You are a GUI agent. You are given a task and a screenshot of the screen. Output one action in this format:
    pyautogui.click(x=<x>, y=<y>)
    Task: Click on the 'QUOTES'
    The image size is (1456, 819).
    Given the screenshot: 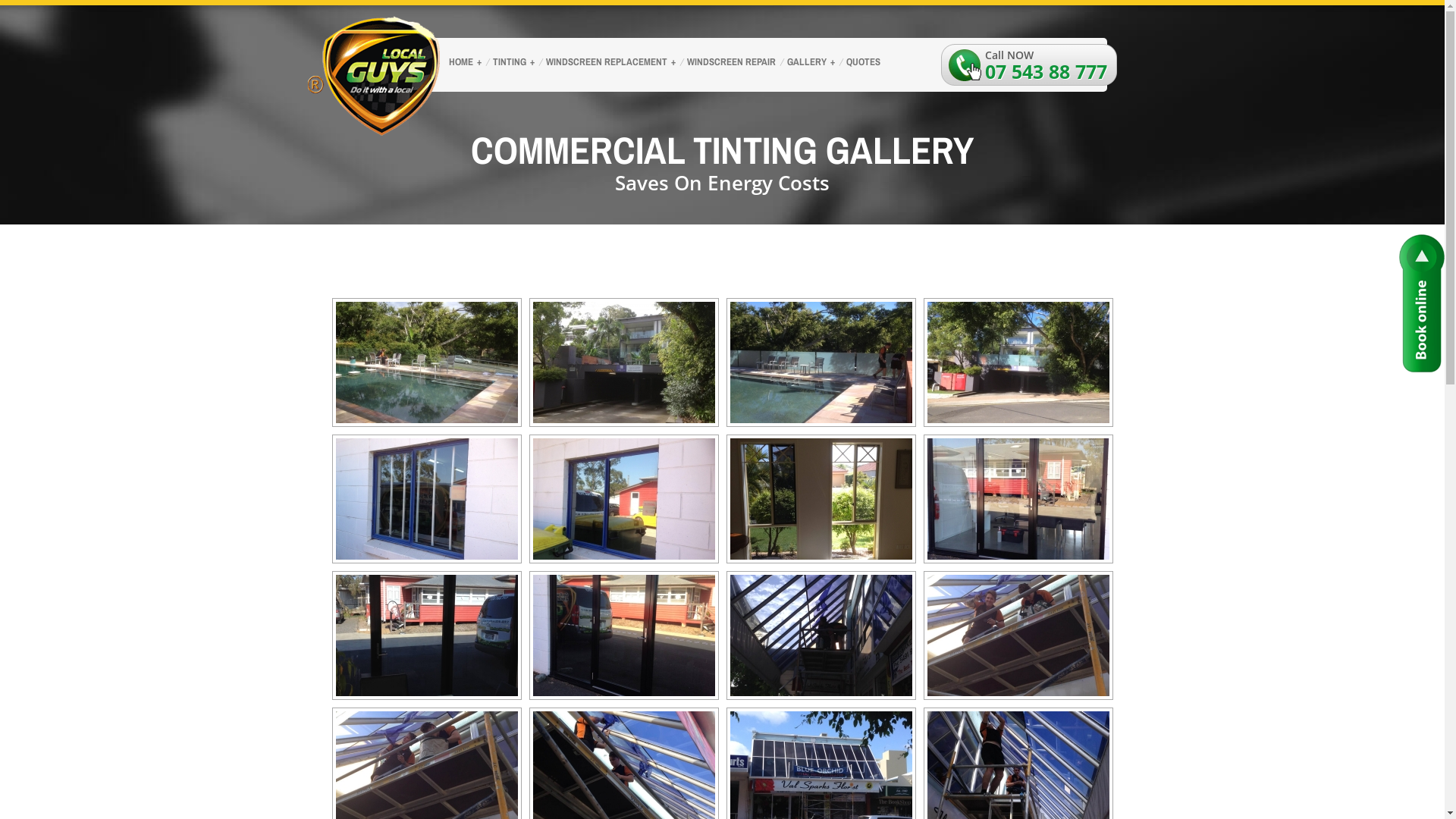 What is the action you would take?
    pyautogui.click(x=861, y=63)
    